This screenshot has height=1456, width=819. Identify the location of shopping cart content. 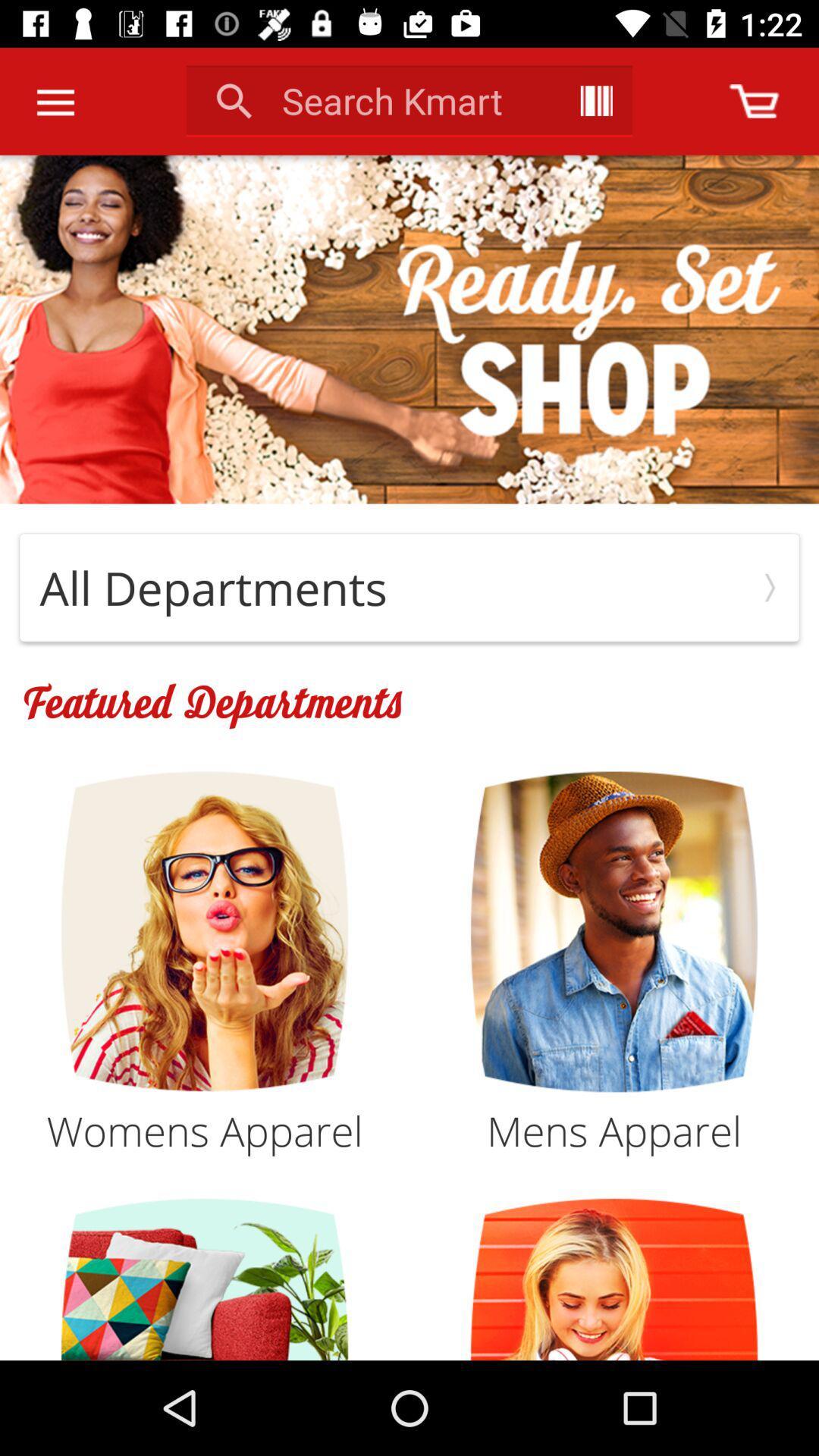
(754, 100).